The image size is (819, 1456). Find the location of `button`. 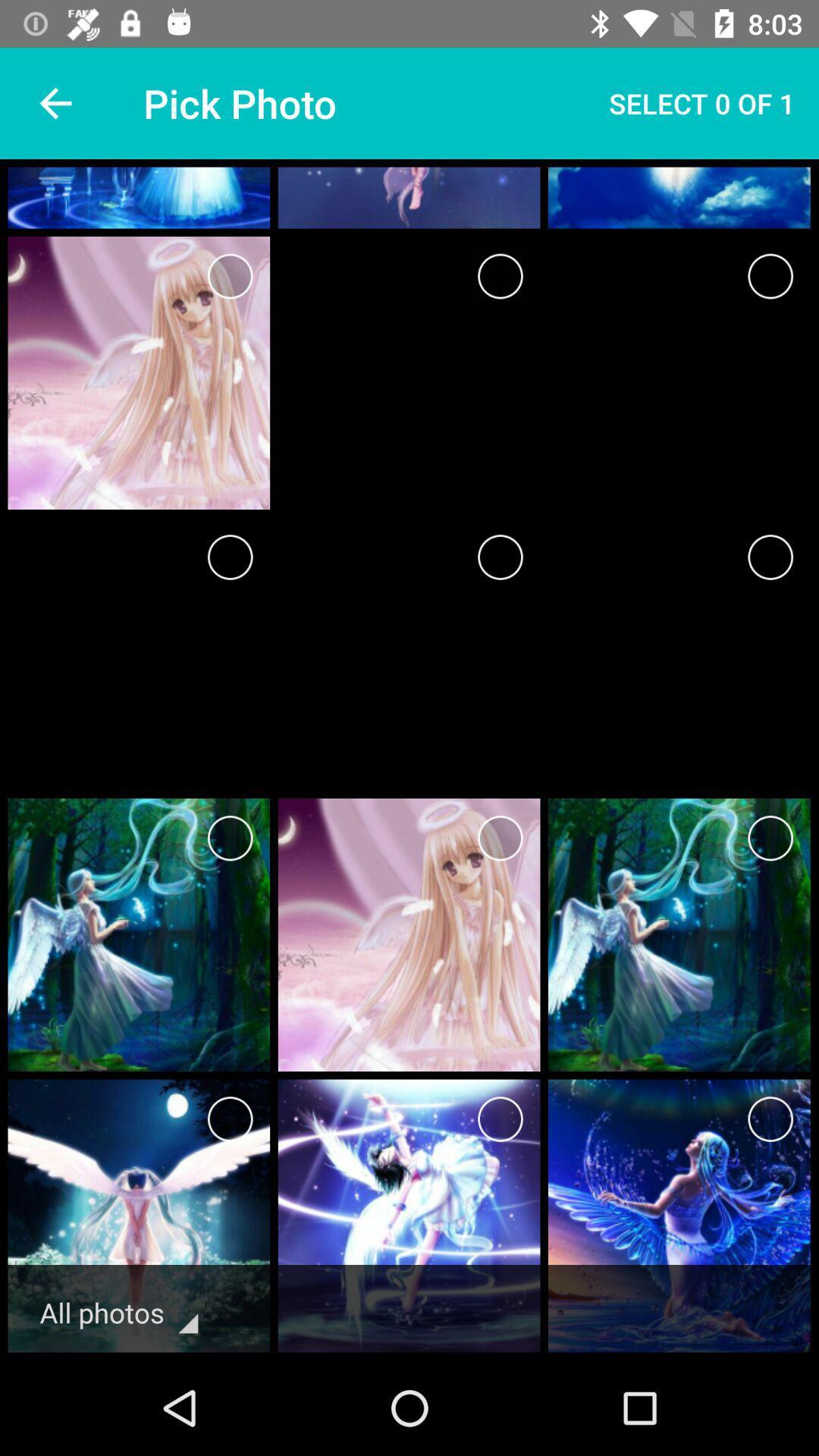

button is located at coordinates (770, 1119).